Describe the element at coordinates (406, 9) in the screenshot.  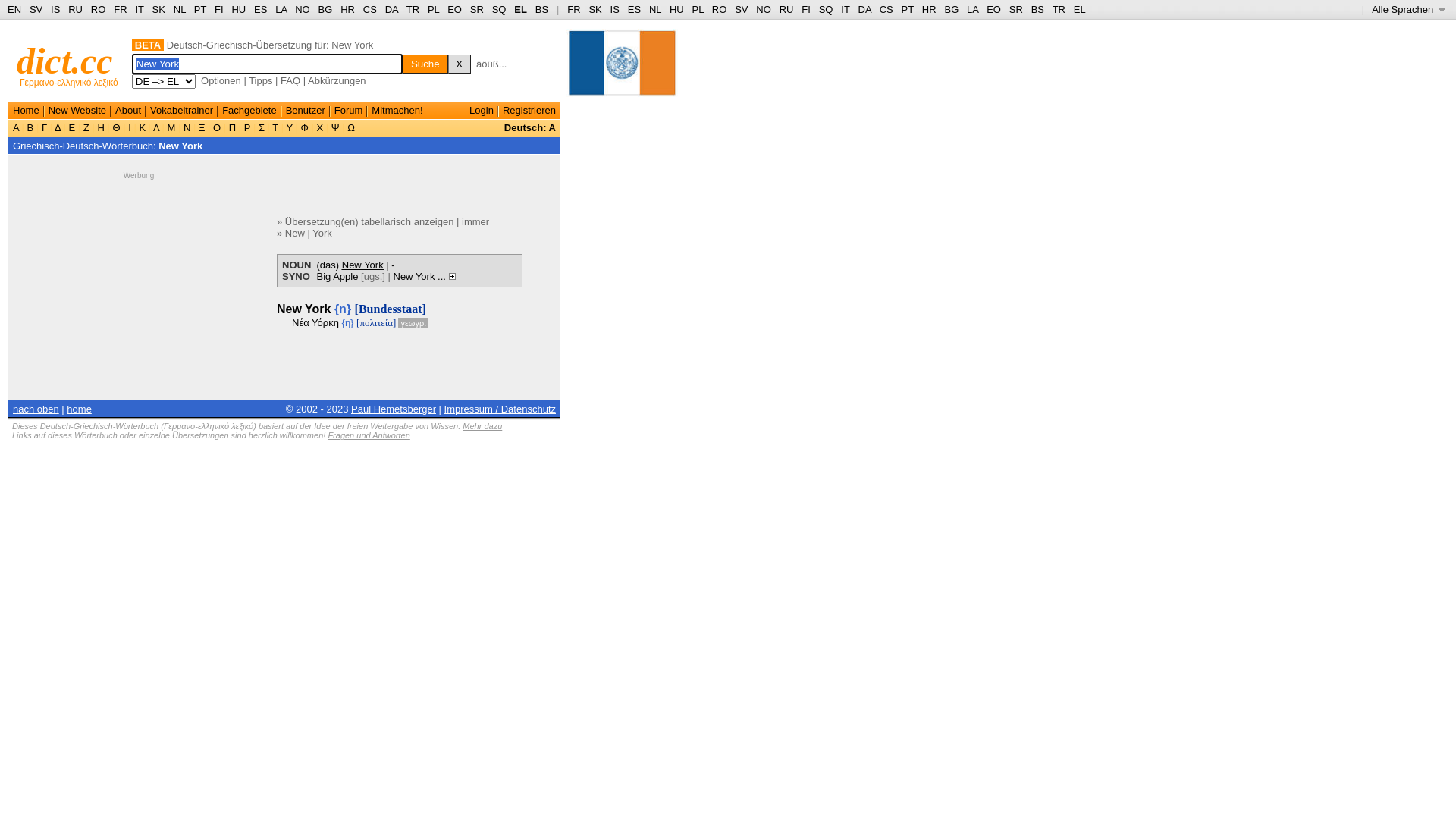
I see `'TR'` at that location.